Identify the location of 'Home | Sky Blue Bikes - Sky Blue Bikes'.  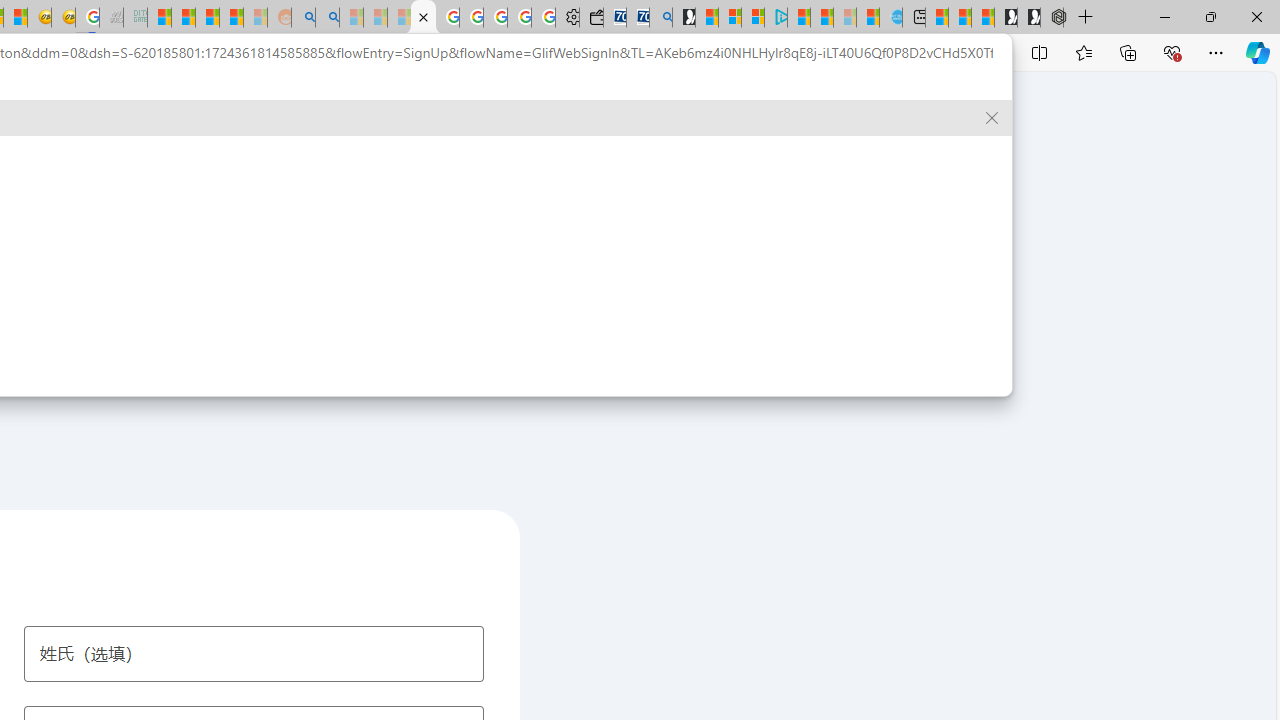
(889, 17).